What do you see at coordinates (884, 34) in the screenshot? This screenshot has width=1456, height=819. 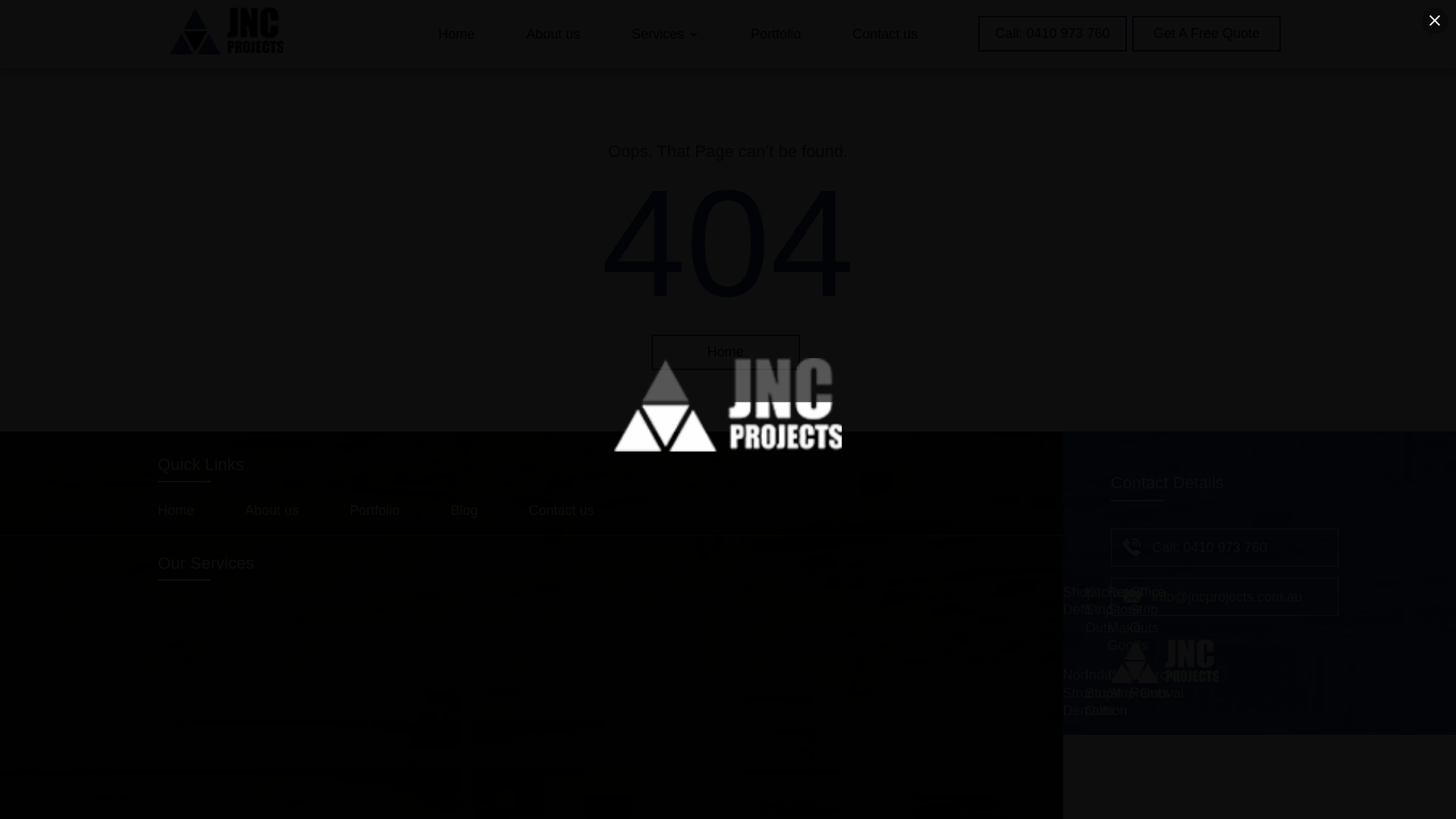 I see `'Contact us'` at bounding box center [884, 34].